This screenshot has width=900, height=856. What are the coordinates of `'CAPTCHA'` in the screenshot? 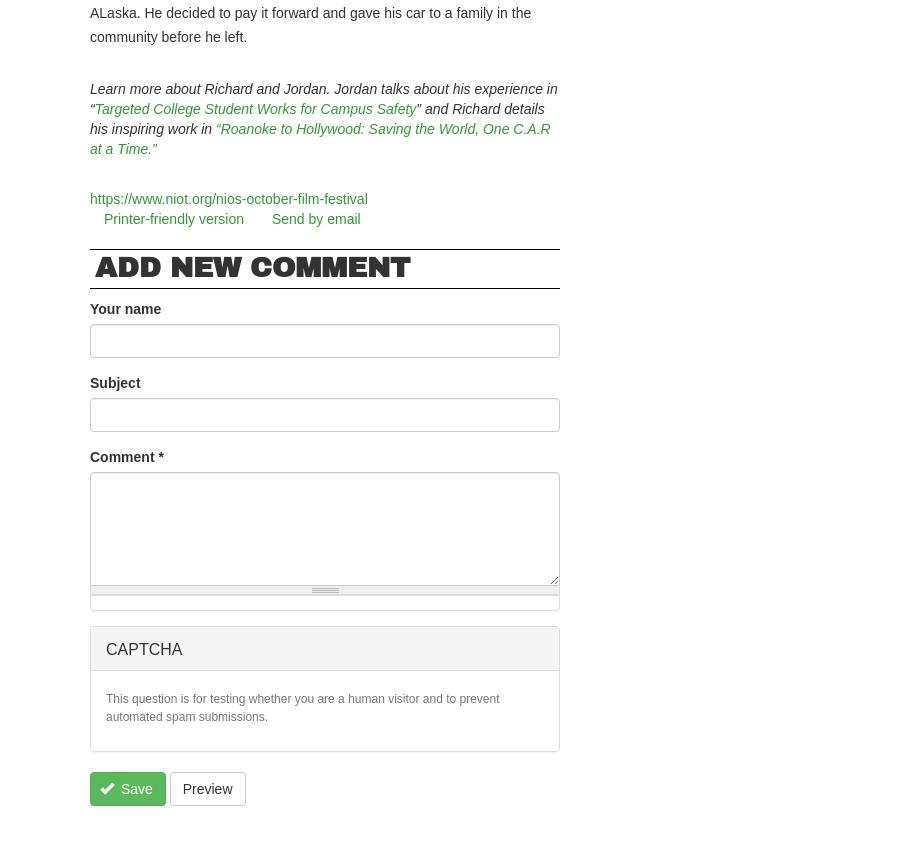 It's located at (144, 649).